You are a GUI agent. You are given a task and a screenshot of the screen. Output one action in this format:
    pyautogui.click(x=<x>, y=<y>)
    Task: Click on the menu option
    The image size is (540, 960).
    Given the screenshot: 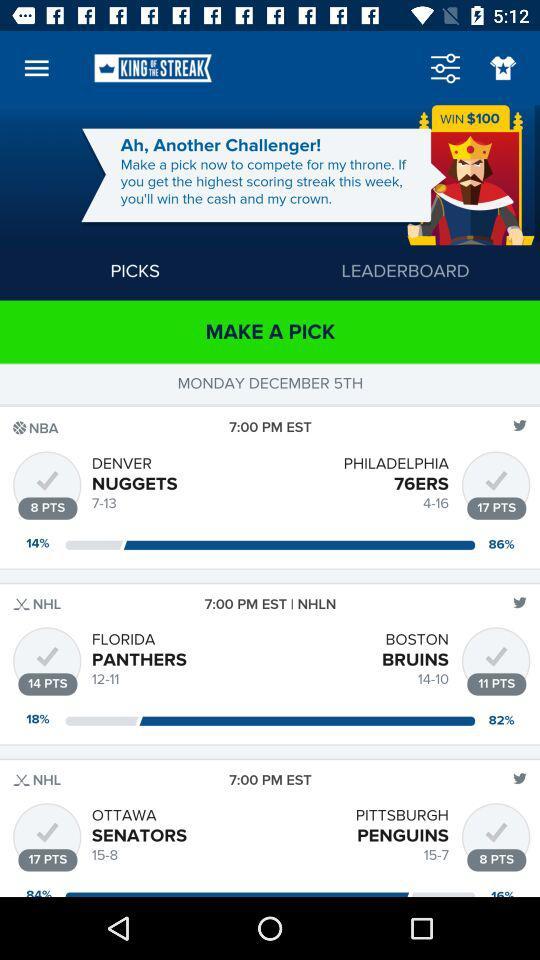 What is the action you would take?
    pyautogui.click(x=445, y=68)
    